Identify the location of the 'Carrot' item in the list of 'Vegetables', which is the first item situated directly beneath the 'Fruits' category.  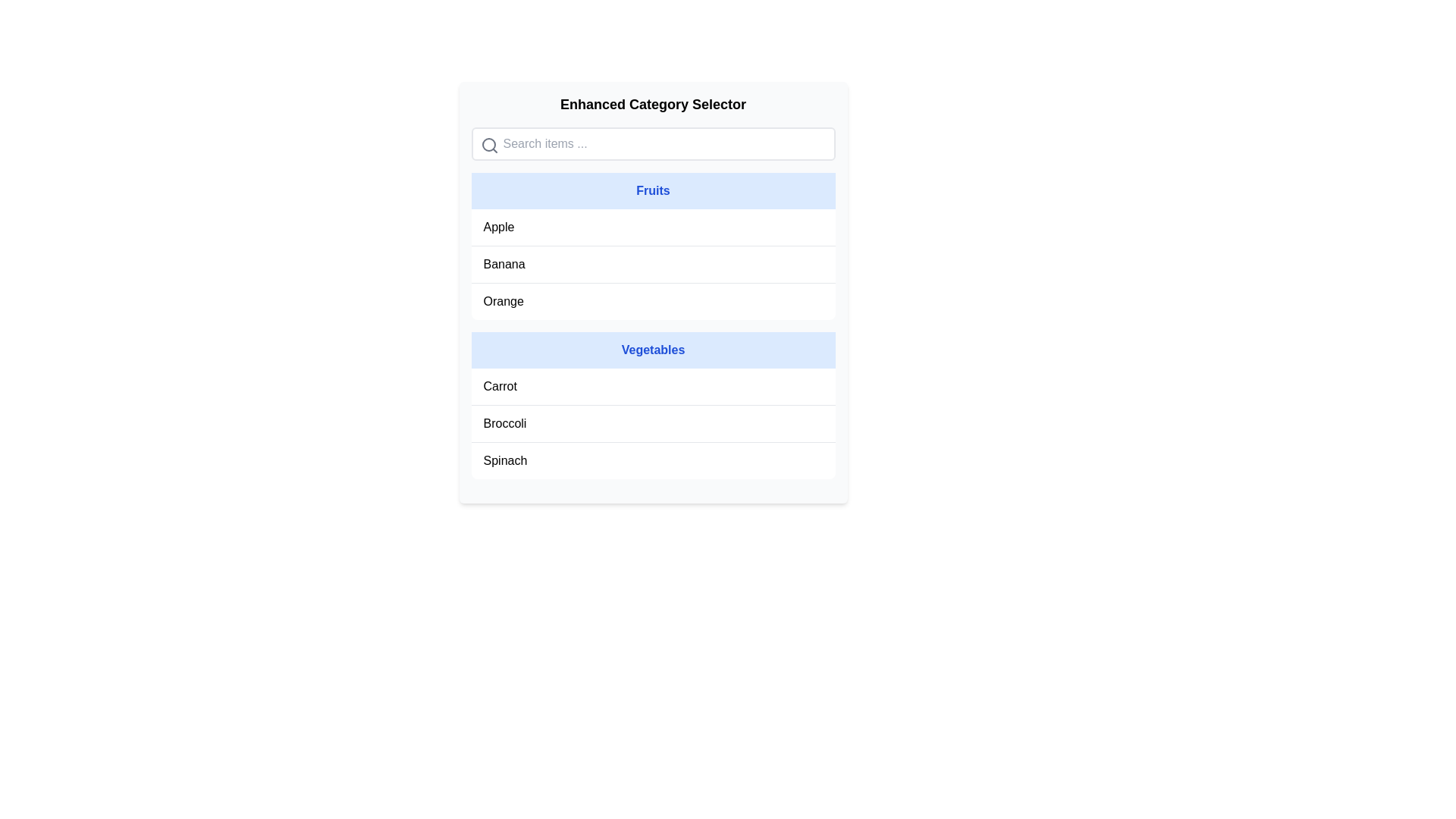
(653, 386).